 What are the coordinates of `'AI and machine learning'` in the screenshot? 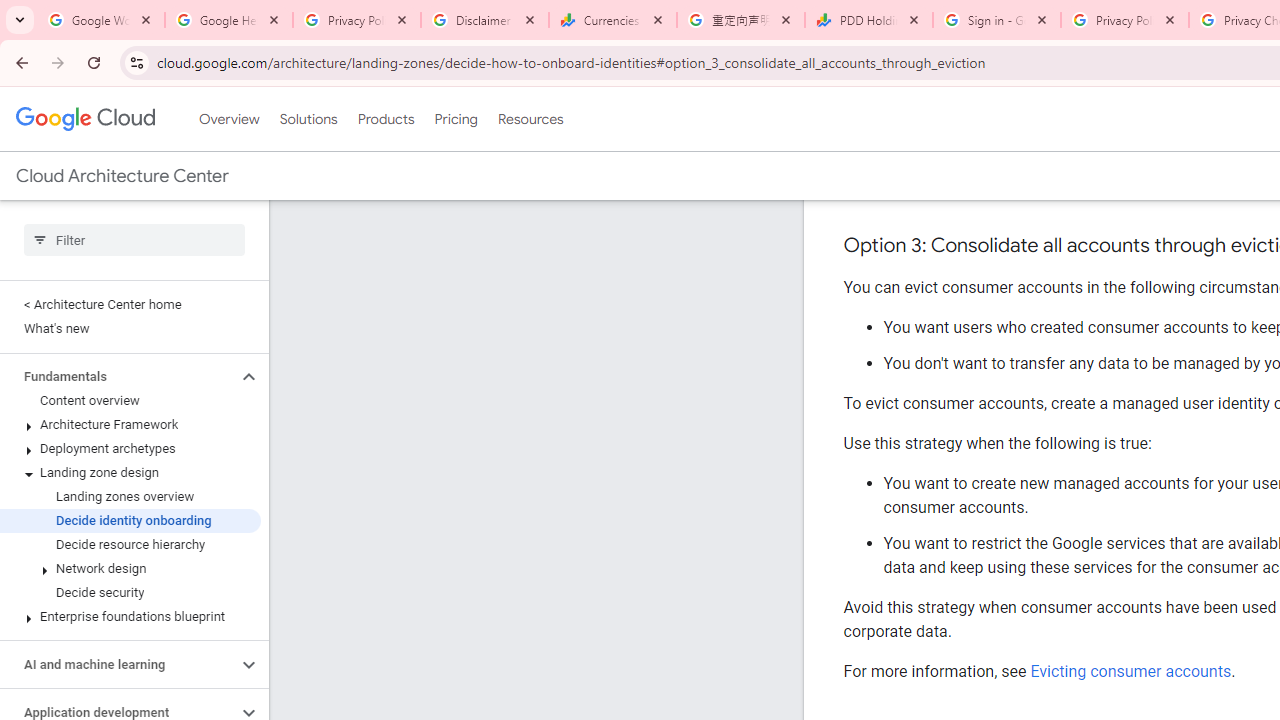 It's located at (117, 664).